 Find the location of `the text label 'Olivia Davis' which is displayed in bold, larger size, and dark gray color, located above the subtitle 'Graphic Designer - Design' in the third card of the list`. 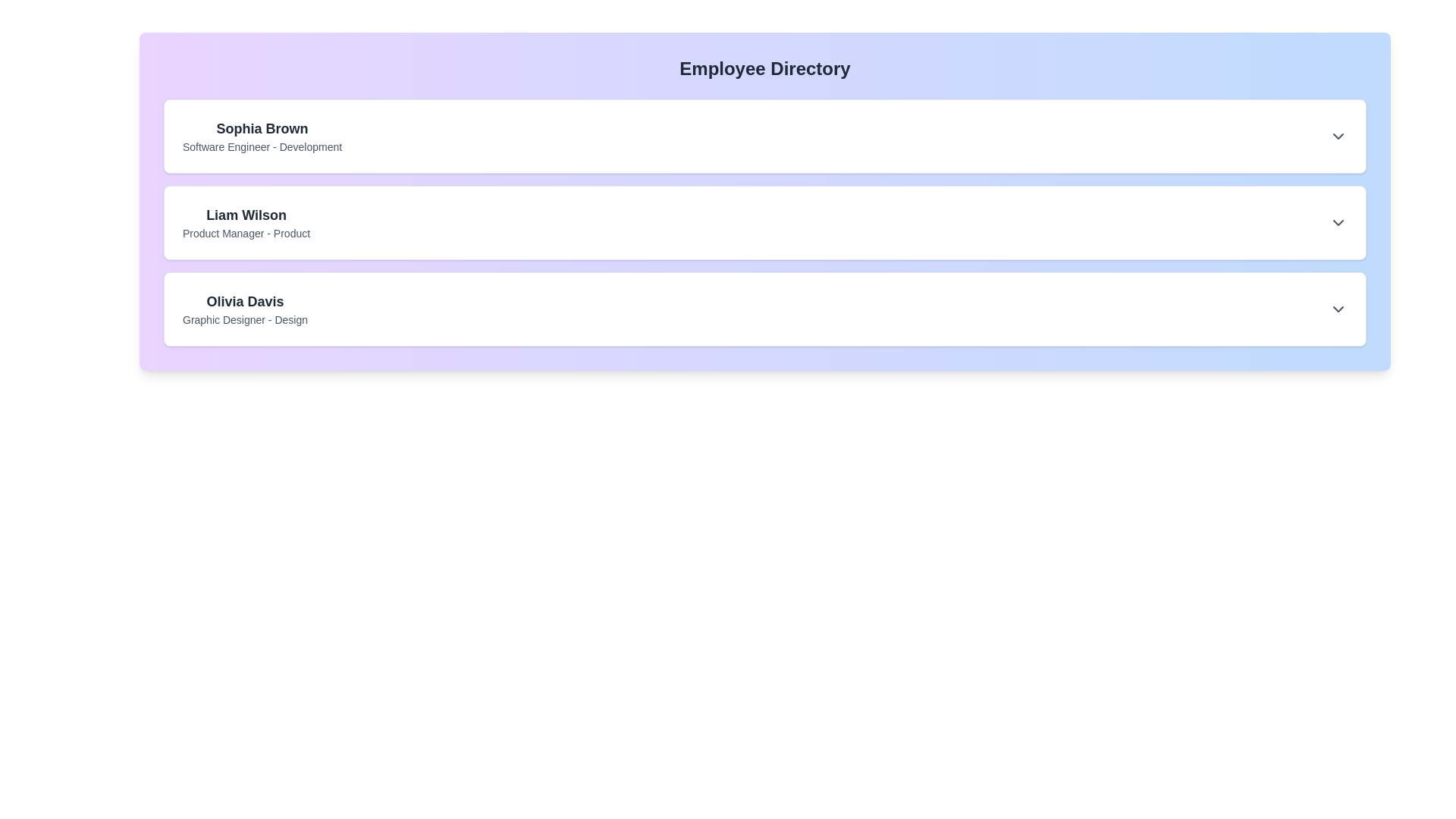

the text label 'Olivia Davis' which is displayed in bold, larger size, and dark gray color, located above the subtitle 'Graphic Designer - Design' in the third card of the list is located at coordinates (245, 301).